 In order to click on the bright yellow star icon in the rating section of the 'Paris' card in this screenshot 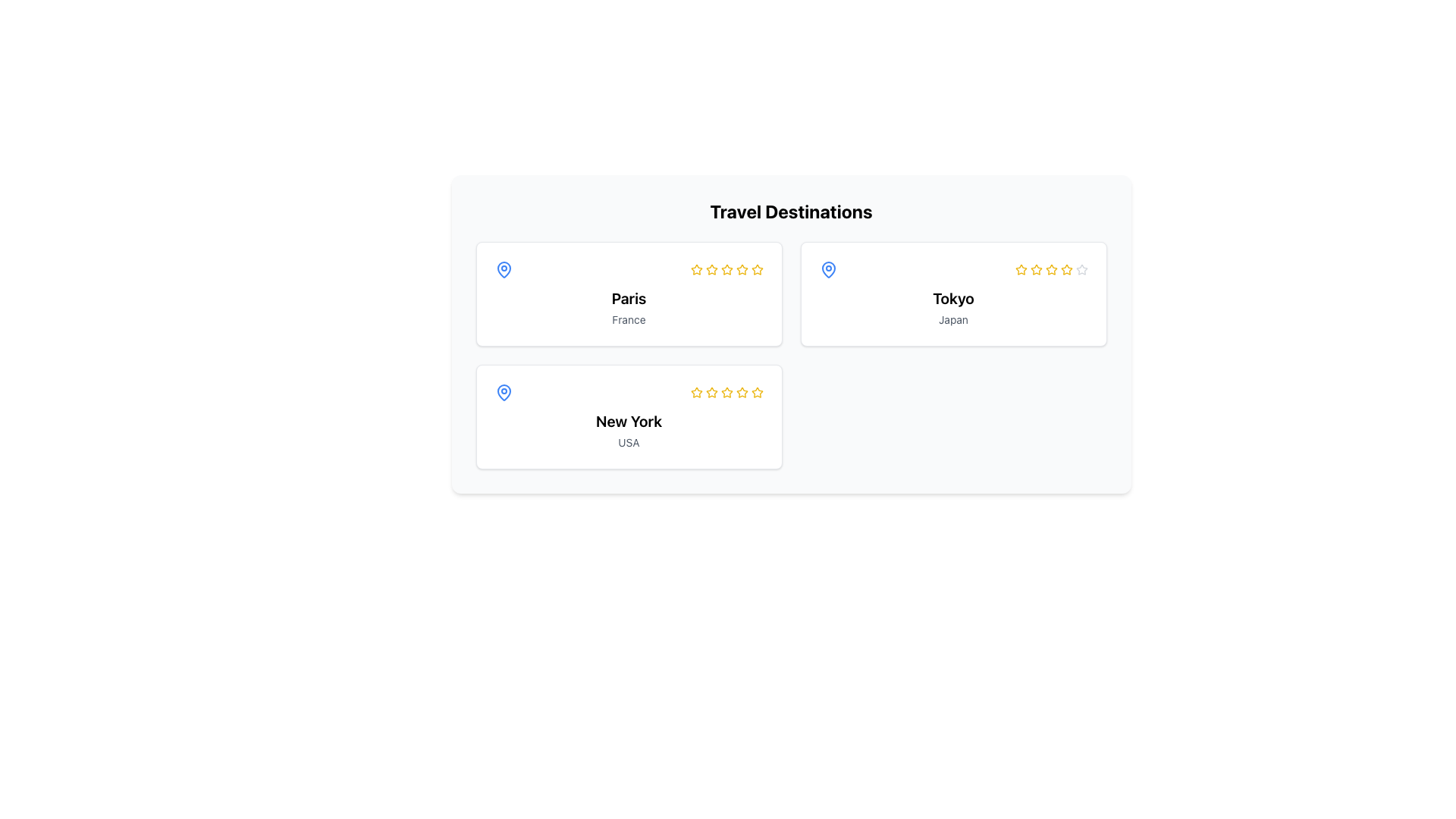, I will do `click(695, 268)`.